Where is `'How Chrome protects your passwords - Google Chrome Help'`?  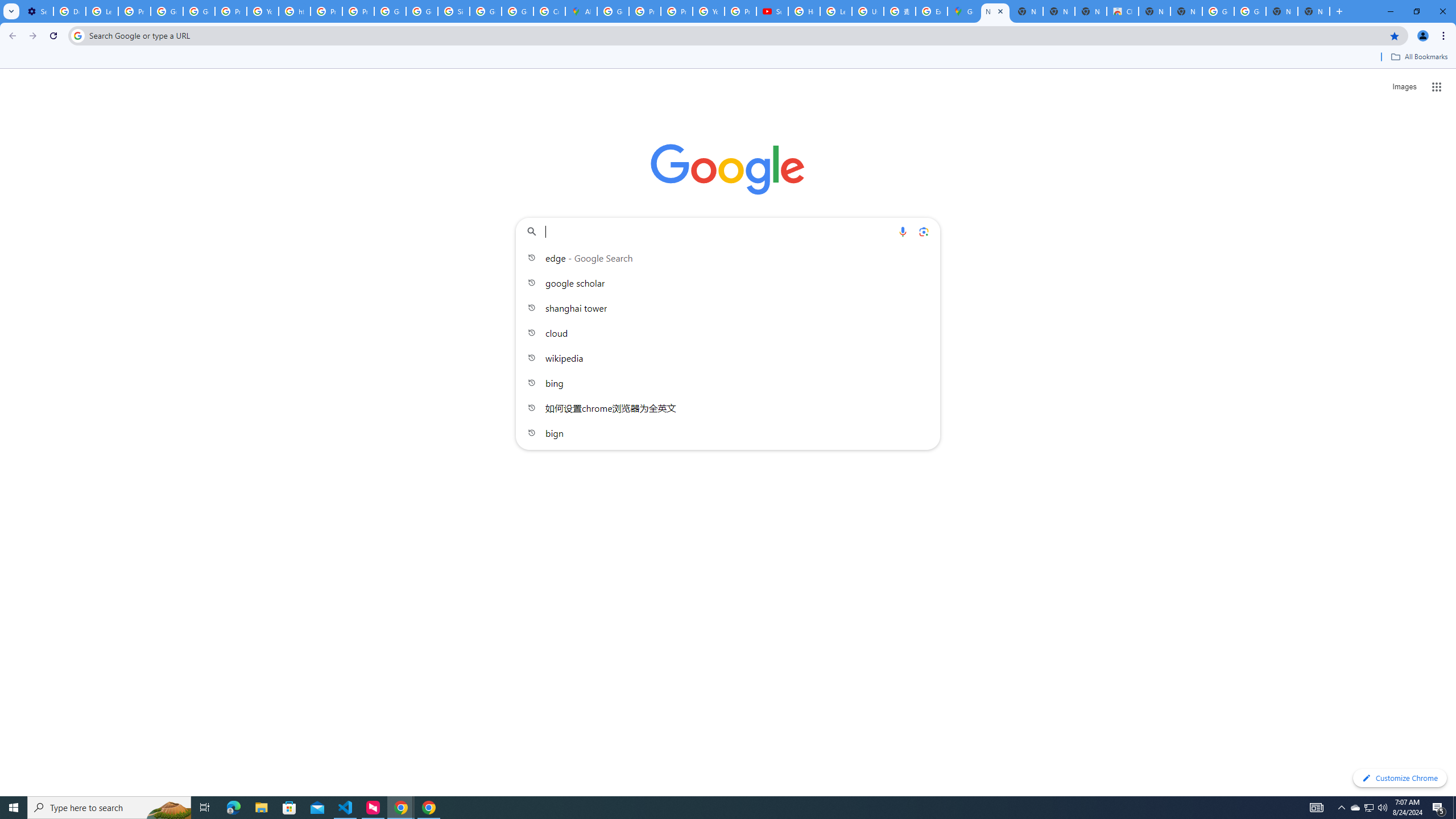
'How Chrome protects your passwords - Google Chrome Help' is located at coordinates (804, 11).